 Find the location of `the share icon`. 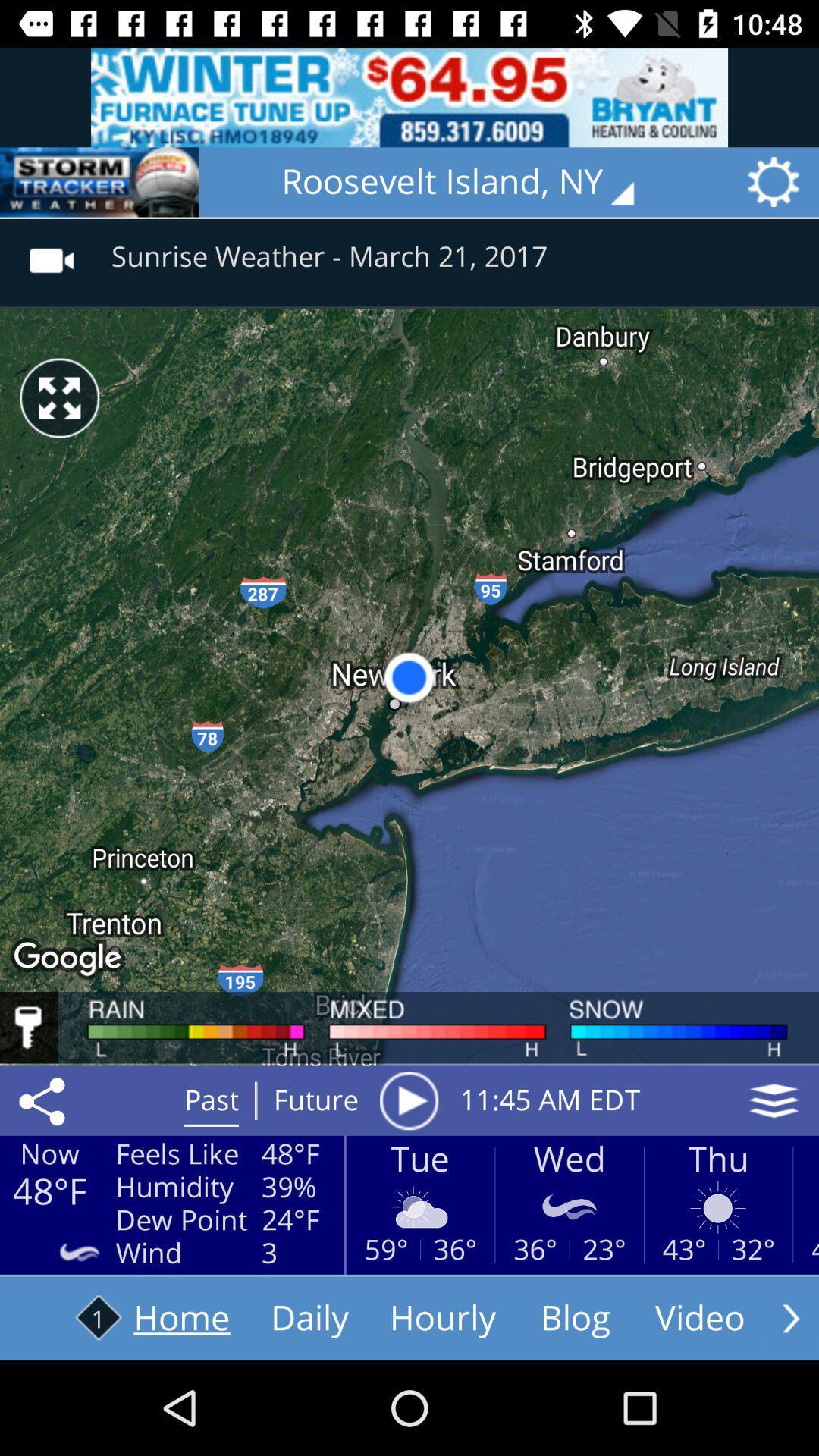

the share icon is located at coordinates (44, 1100).